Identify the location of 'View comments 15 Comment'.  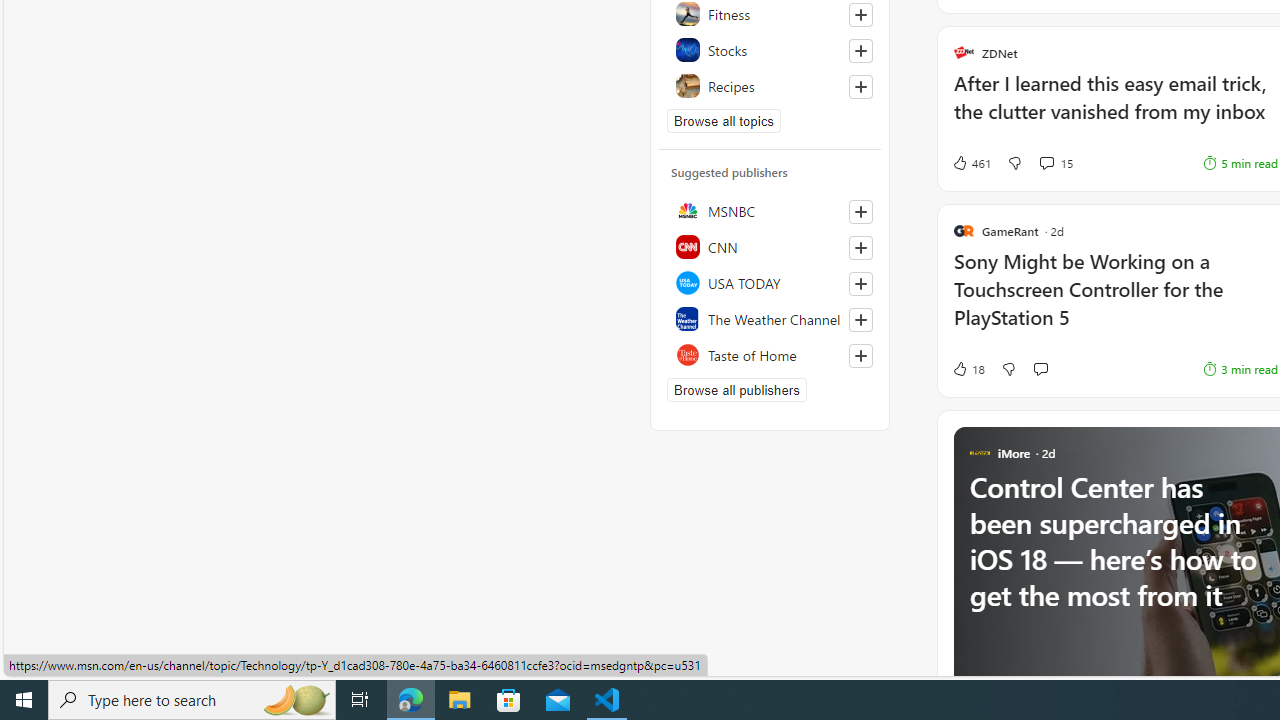
(1055, 162).